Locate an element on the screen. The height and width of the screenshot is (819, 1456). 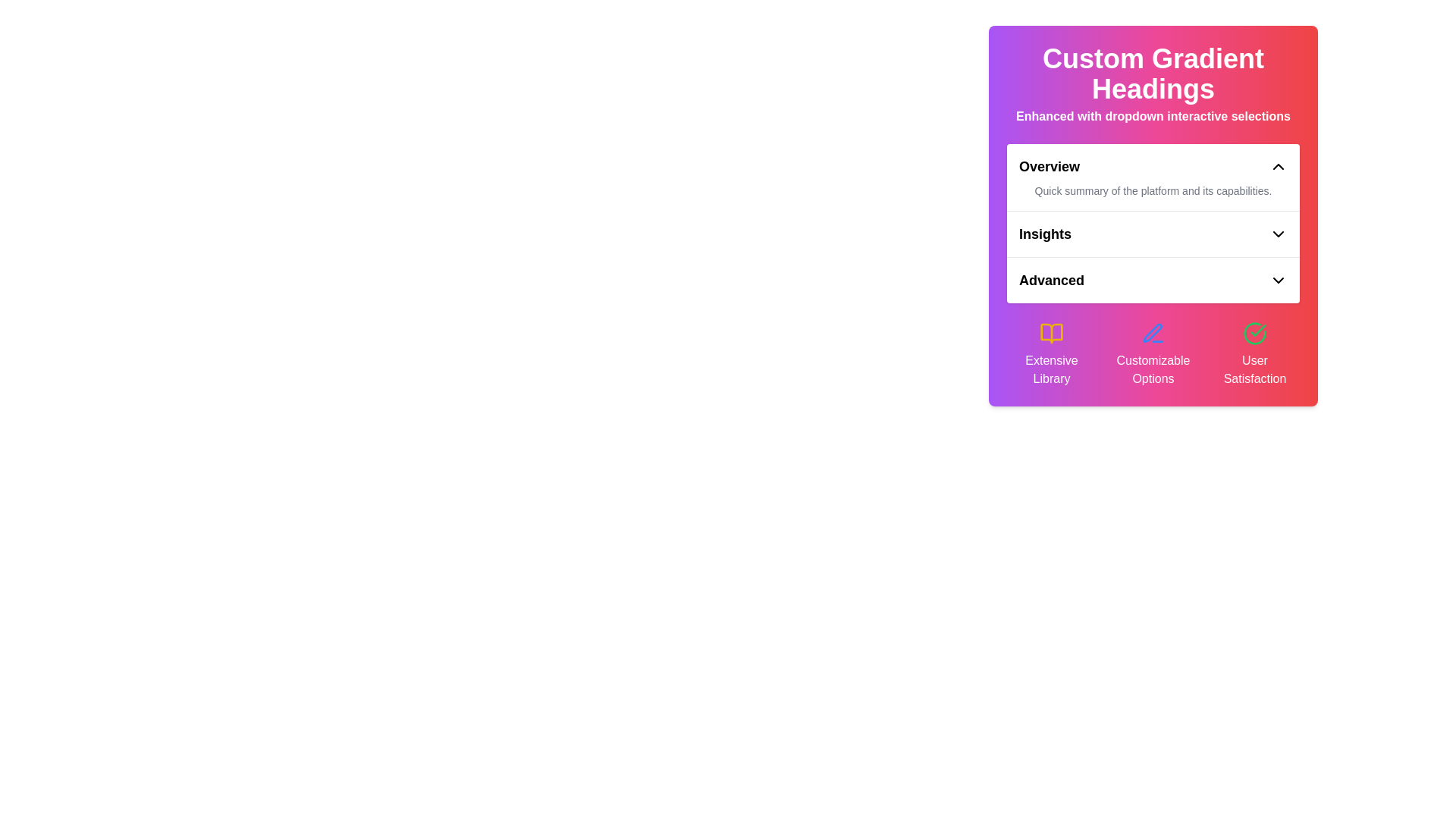
the downward-facing chevron icon on the right side of the 'Insights' section is located at coordinates (1277, 234).